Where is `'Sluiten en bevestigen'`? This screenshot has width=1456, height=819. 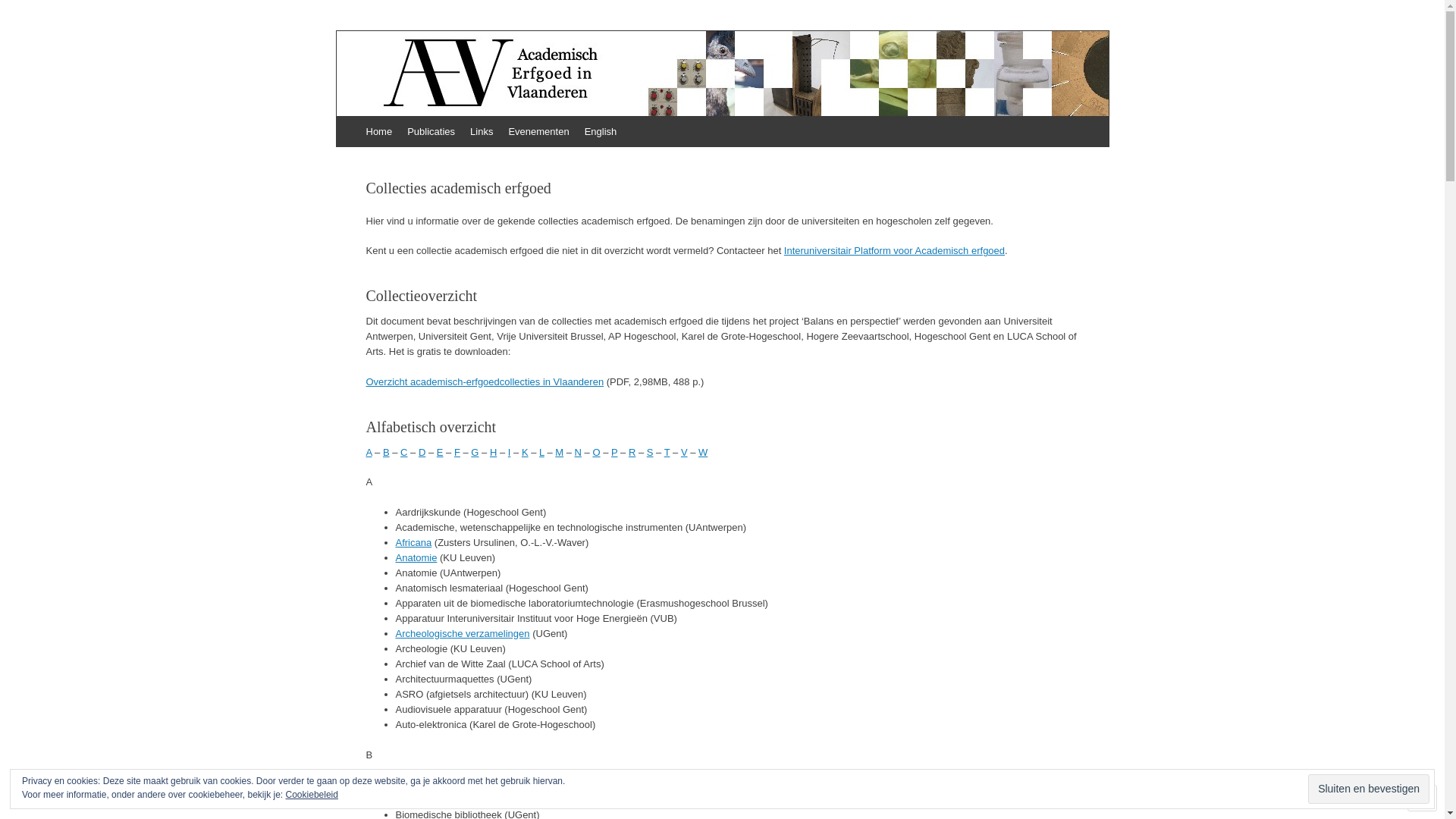
'Sluiten en bevestigen' is located at coordinates (1307, 788).